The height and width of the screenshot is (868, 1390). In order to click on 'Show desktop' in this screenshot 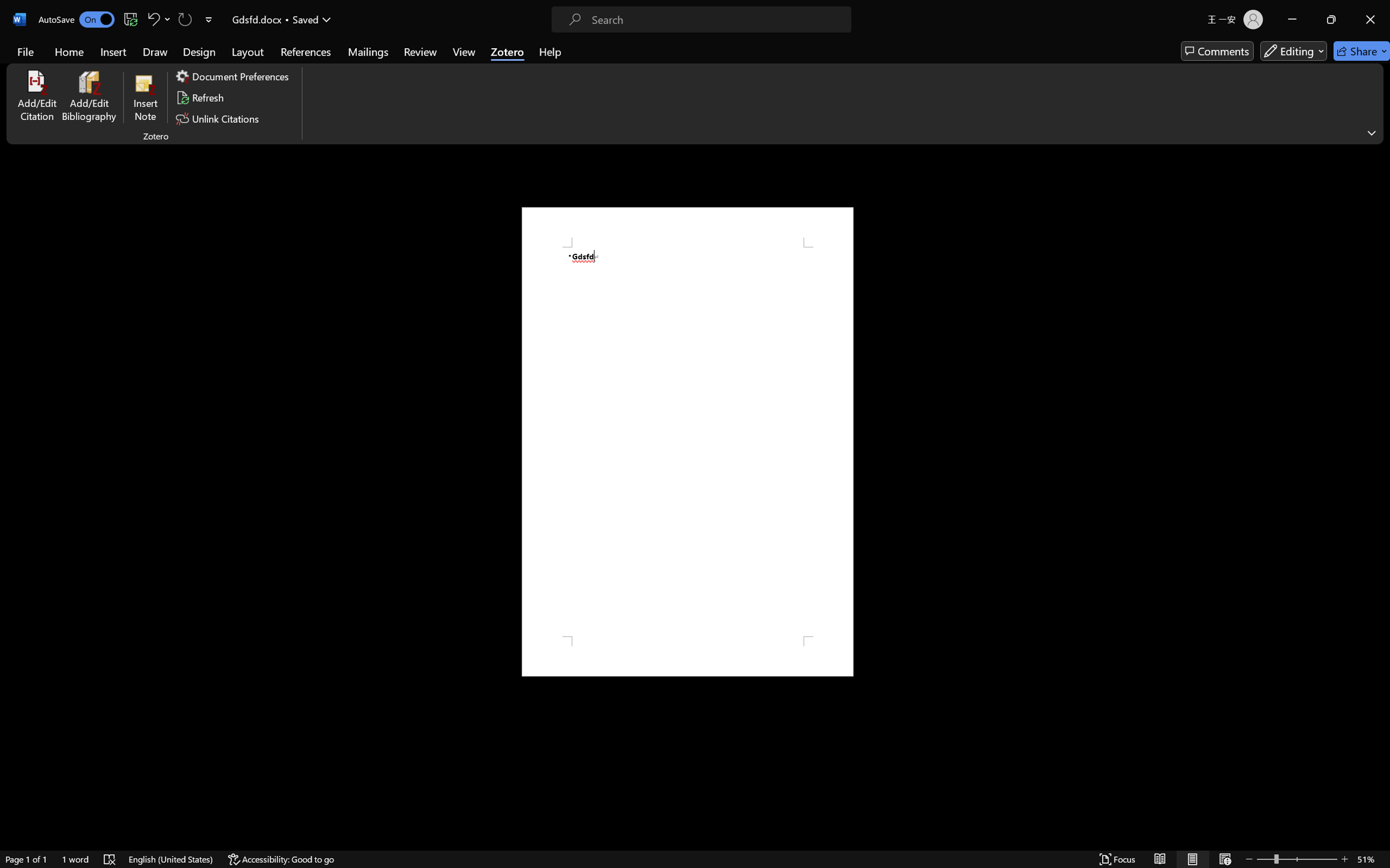, I will do `click(1388, 855)`.